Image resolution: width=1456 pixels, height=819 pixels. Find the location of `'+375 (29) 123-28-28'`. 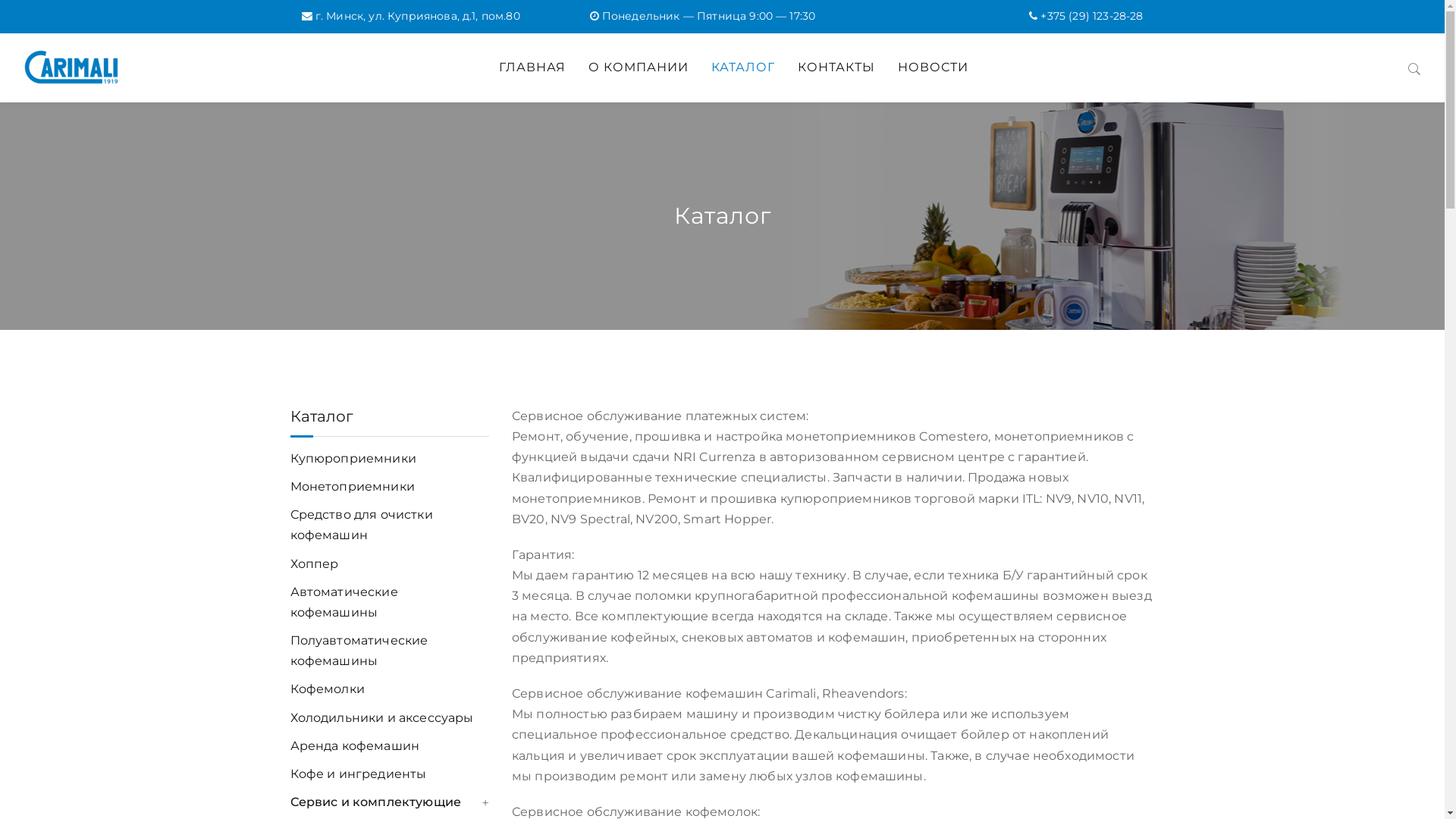

'+375 (29) 123-28-28' is located at coordinates (1090, 15).